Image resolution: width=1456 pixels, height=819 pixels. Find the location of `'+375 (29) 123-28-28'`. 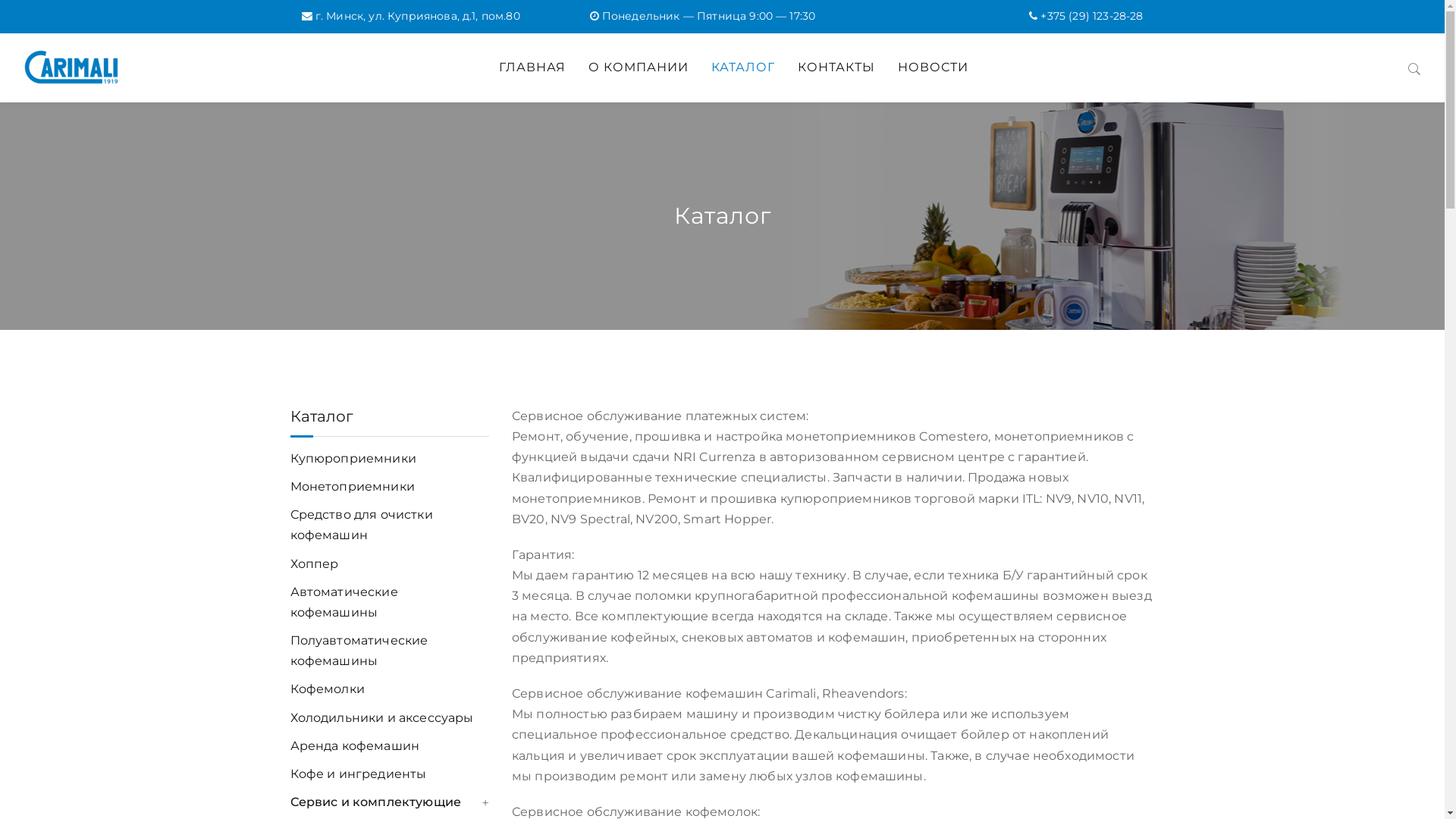

'+375 (29) 123-28-28' is located at coordinates (1090, 15).